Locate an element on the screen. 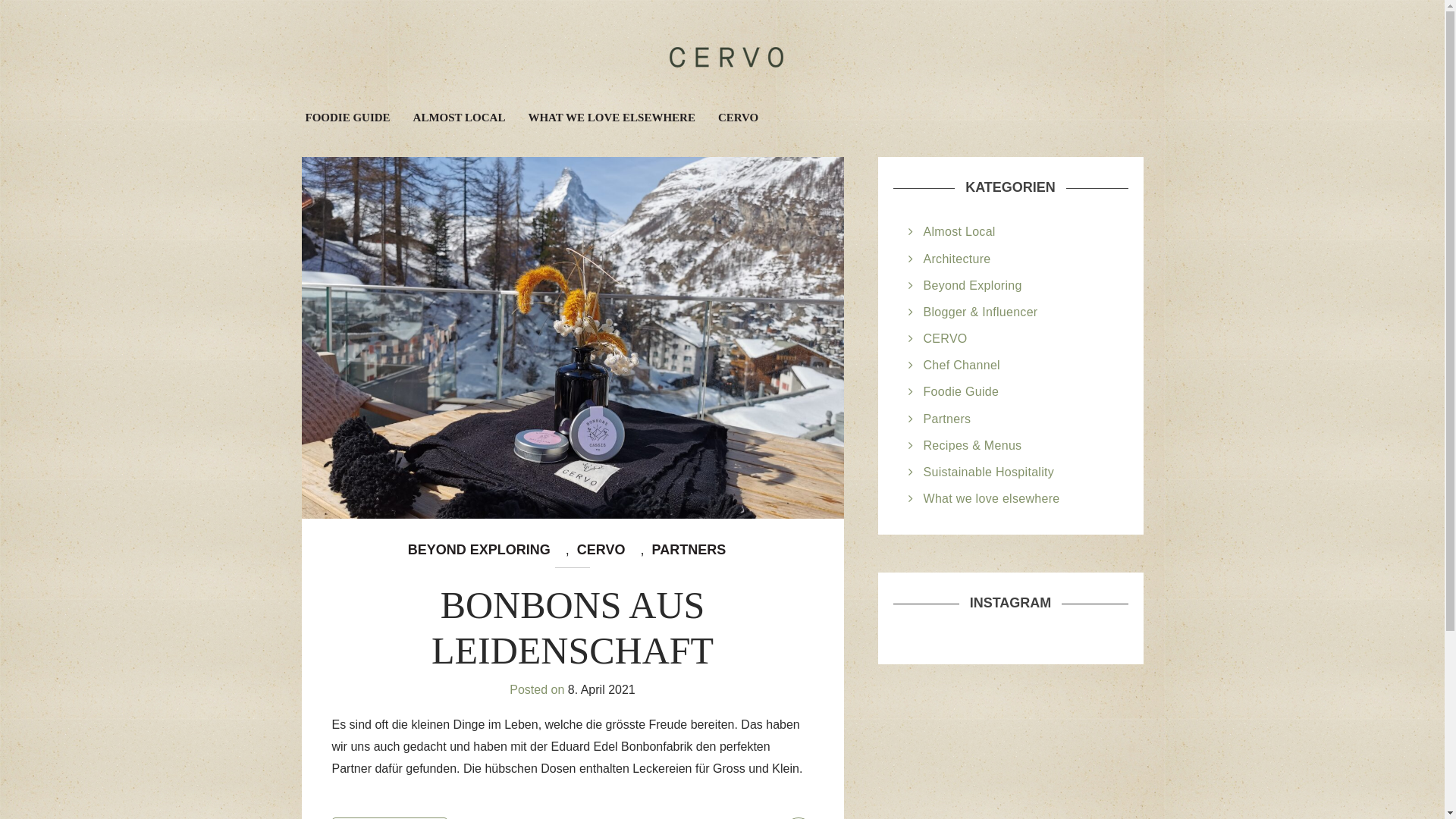 This screenshot has height=819, width=1456. 'Almost Local' is located at coordinates (923, 231).